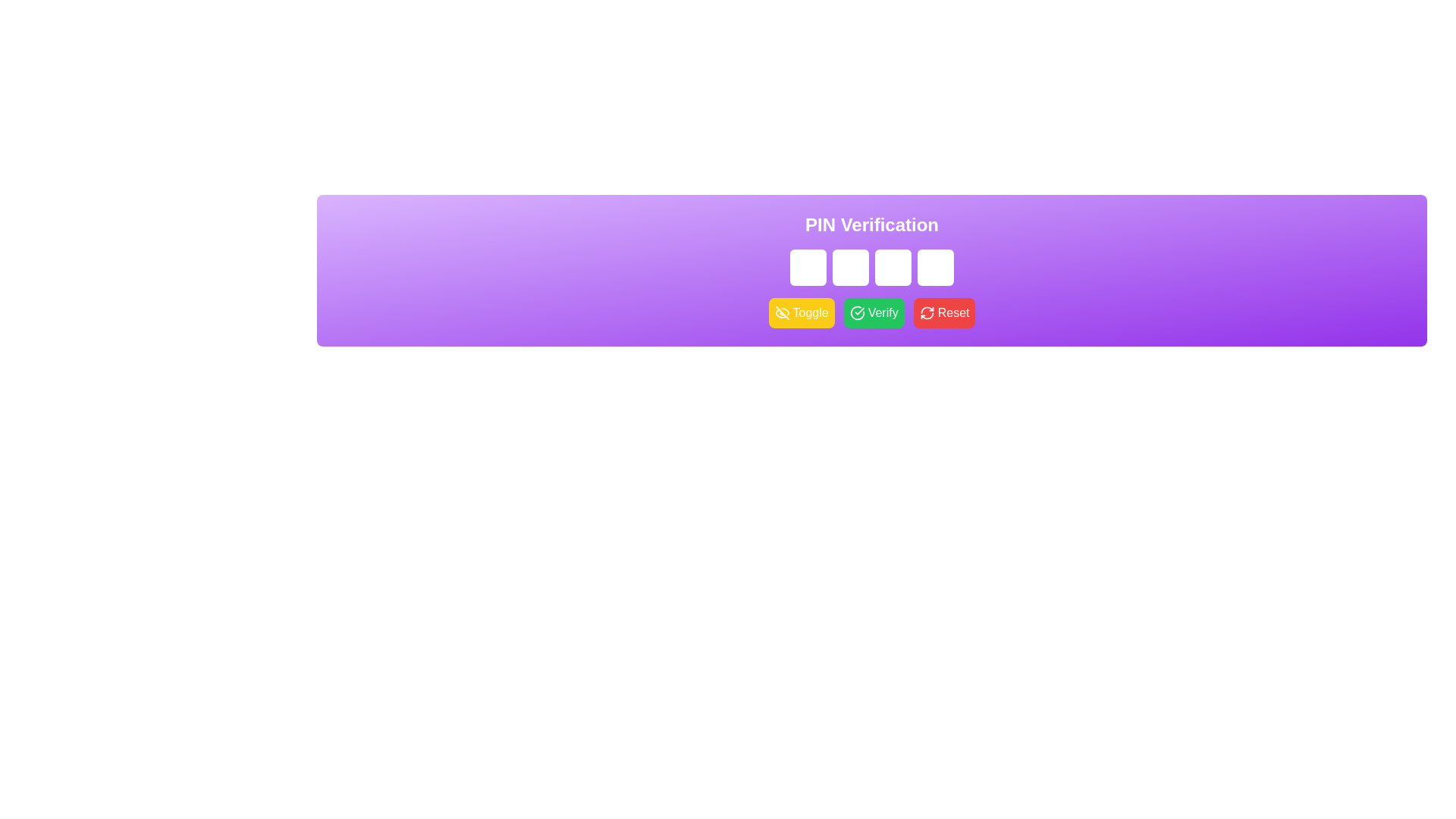 This screenshot has width=1456, height=819. I want to click on the 'Verify' button, so click(857, 312).